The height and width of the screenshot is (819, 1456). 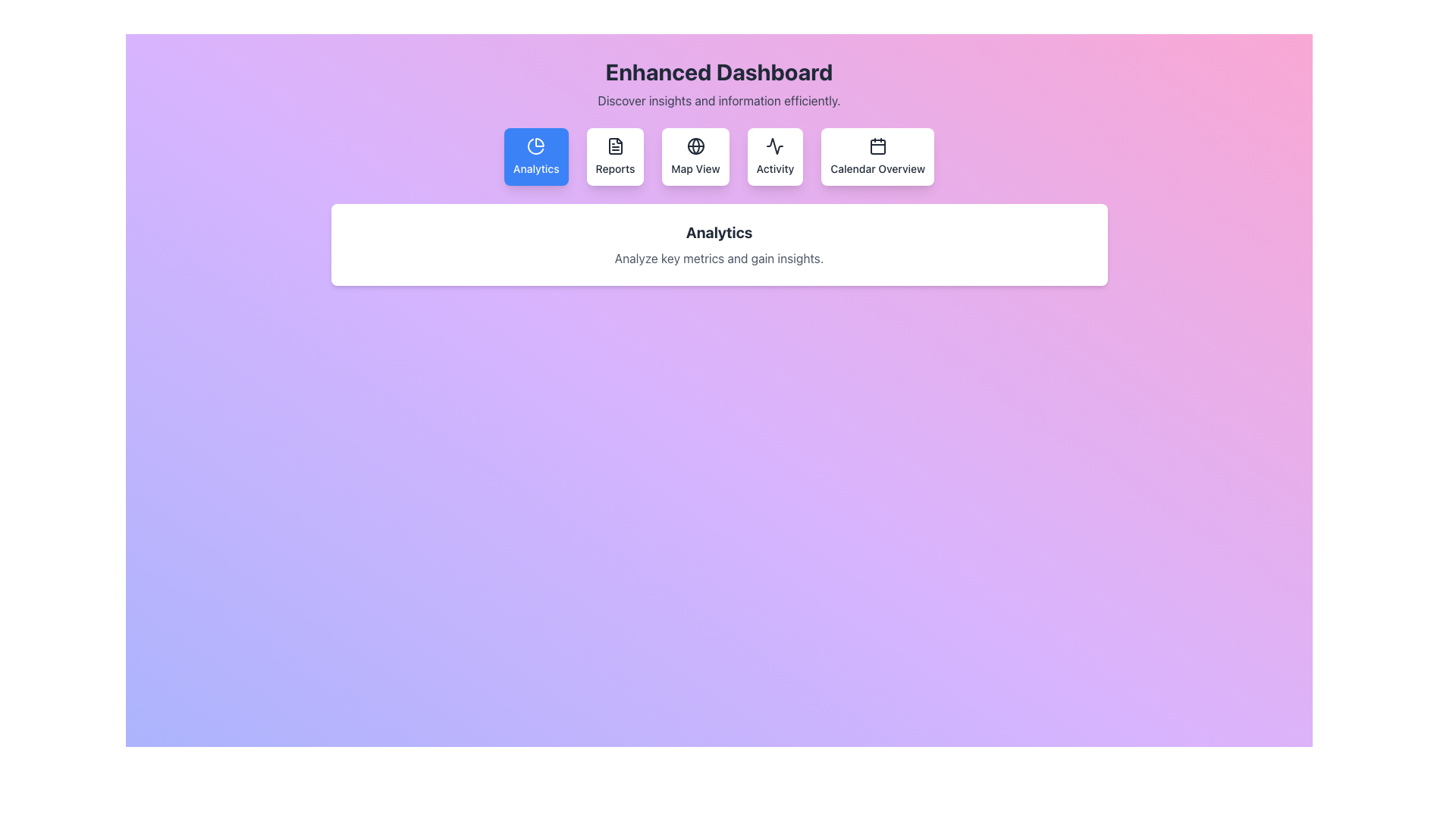 What do you see at coordinates (615, 146) in the screenshot?
I see `the 'Reports' icon button in the toolbar` at bounding box center [615, 146].